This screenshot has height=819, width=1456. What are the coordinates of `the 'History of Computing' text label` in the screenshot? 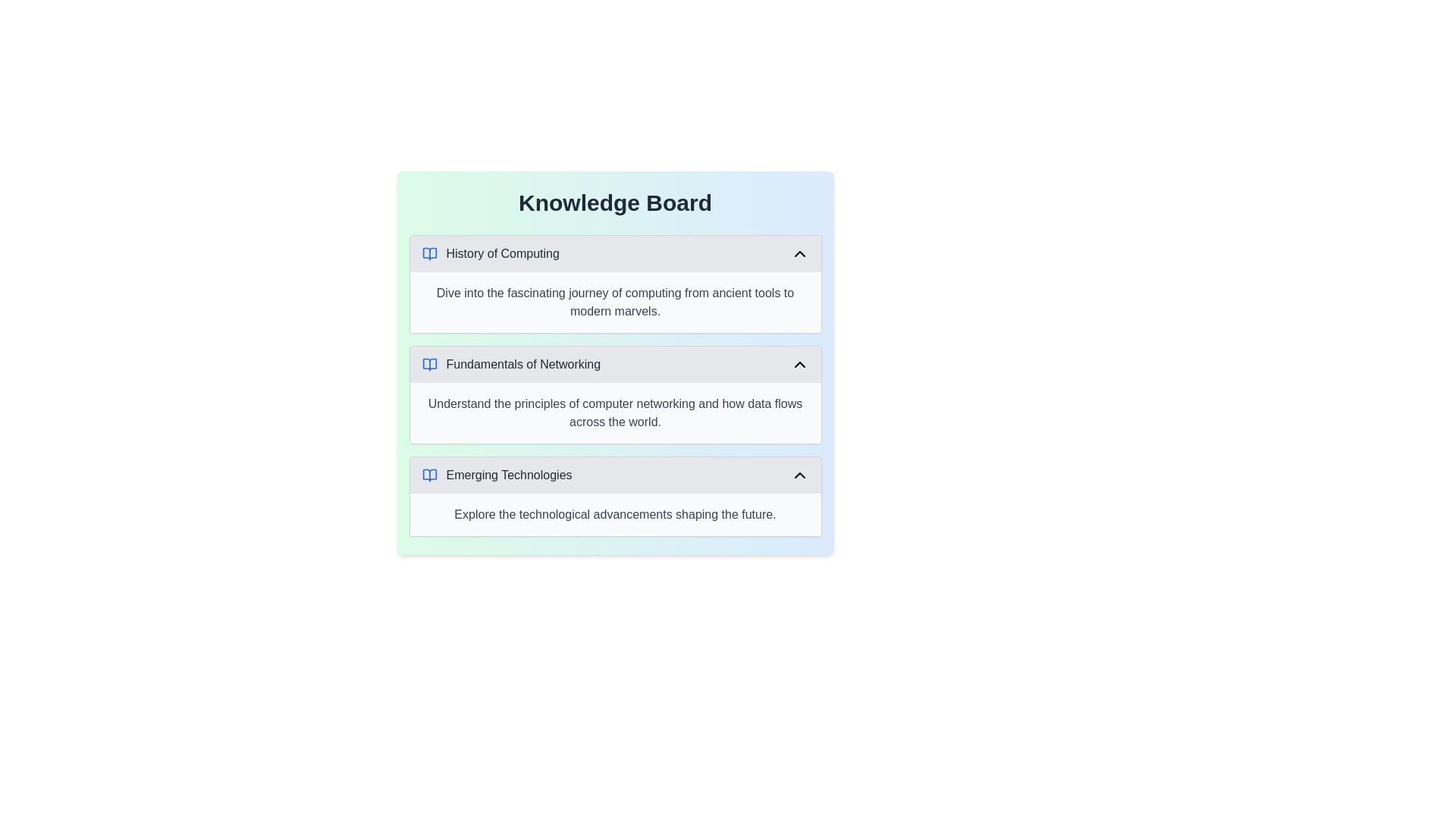 It's located at (503, 253).